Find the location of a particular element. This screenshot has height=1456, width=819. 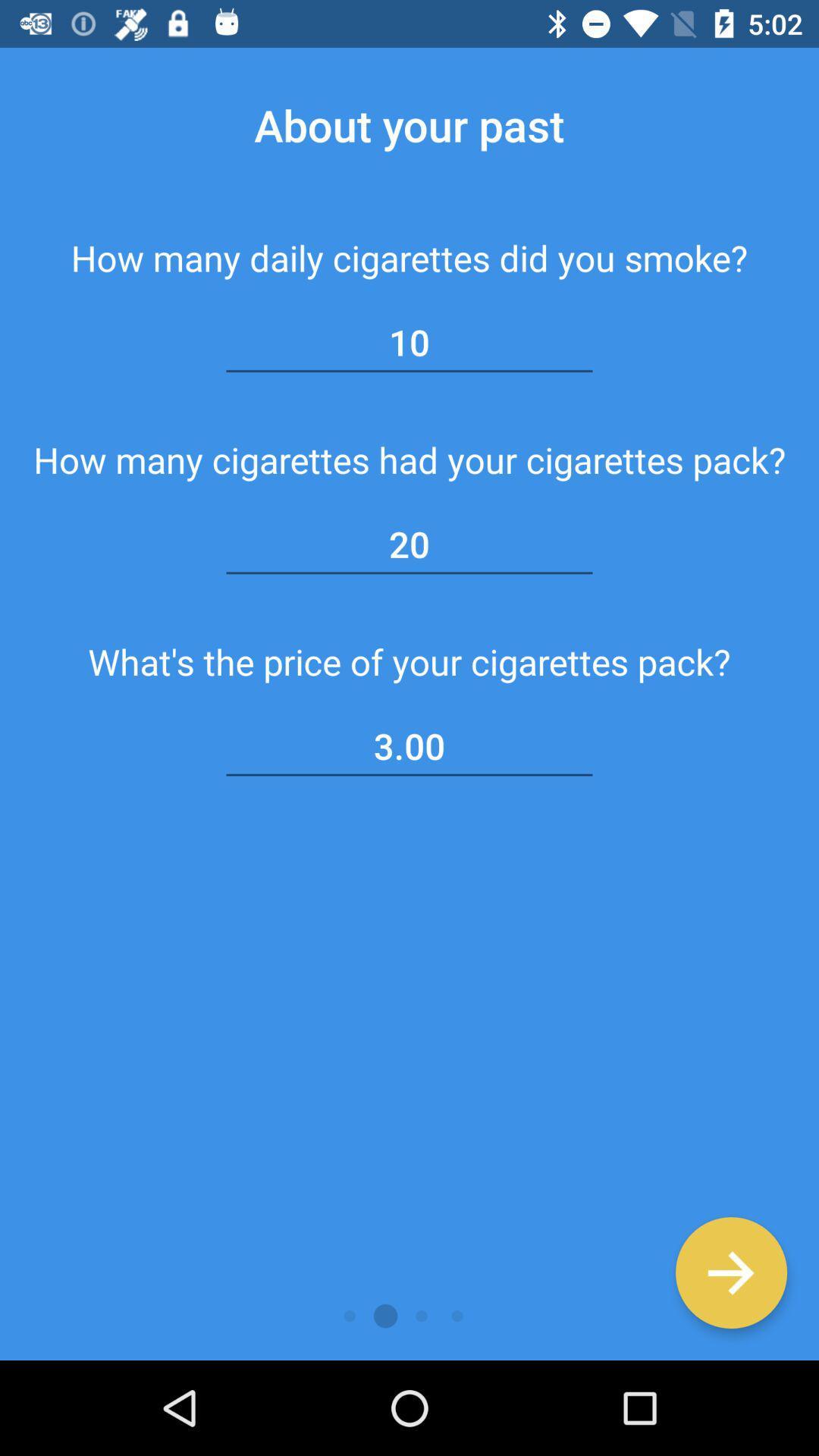

go forward is located at coordinates (730, 1272).